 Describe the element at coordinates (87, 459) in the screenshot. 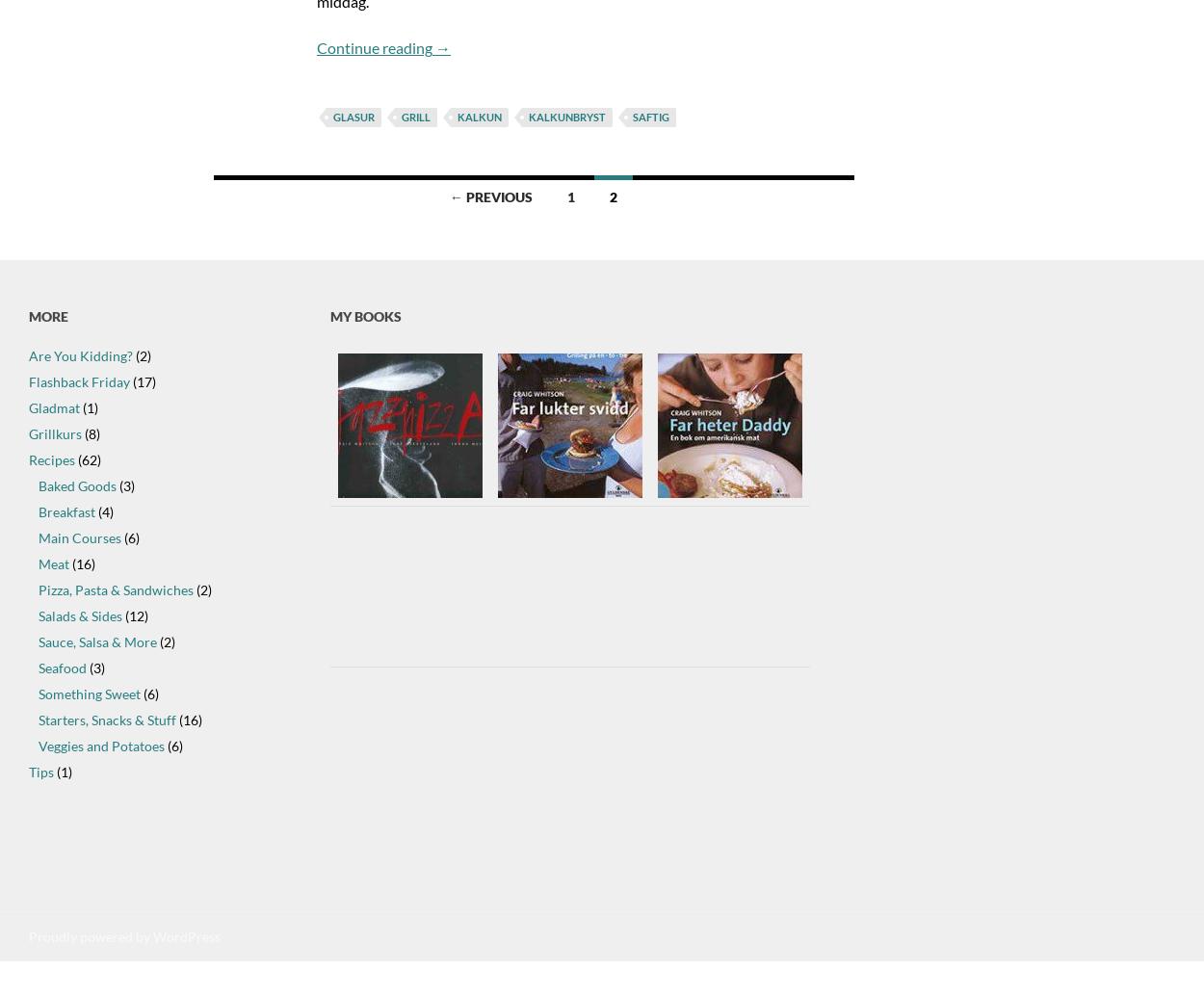

I see `'(62)'` at that location.